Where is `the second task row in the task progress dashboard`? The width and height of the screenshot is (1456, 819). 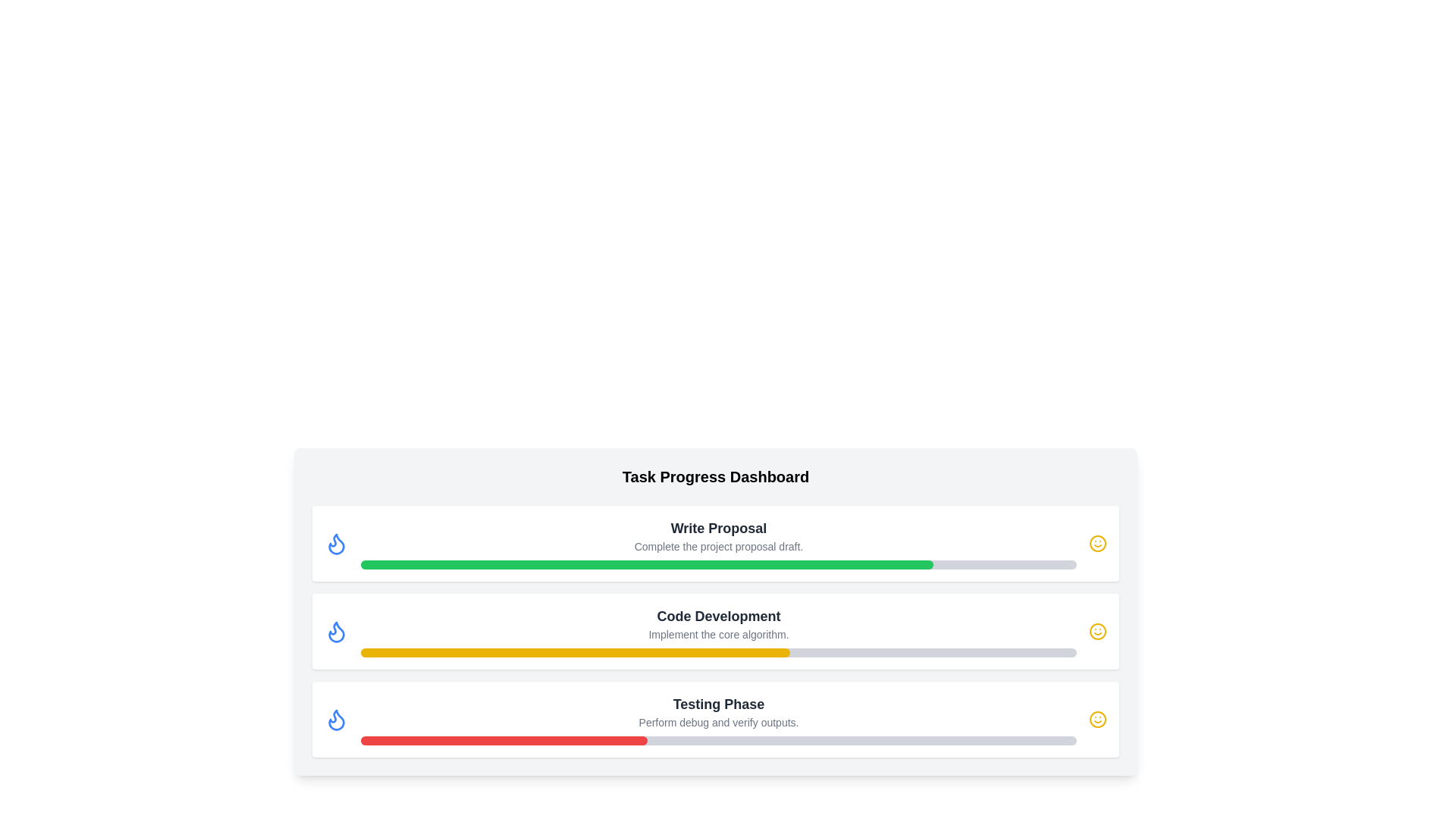 the second task row in the task progress dashboard is located at coordinates (718, 632).